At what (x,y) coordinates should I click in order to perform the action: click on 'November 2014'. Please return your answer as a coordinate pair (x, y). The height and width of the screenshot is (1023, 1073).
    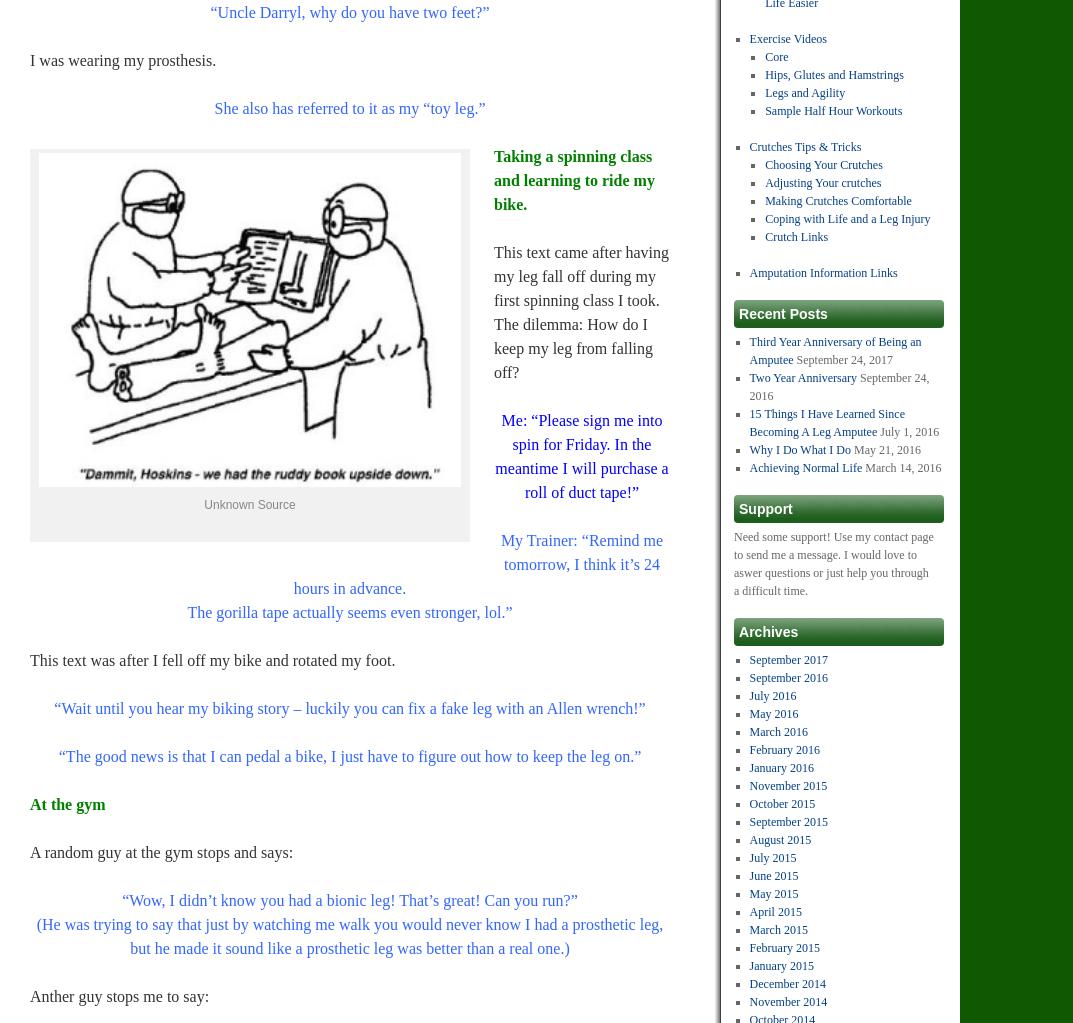
    Looking at the image, I should click on (788, 1001).